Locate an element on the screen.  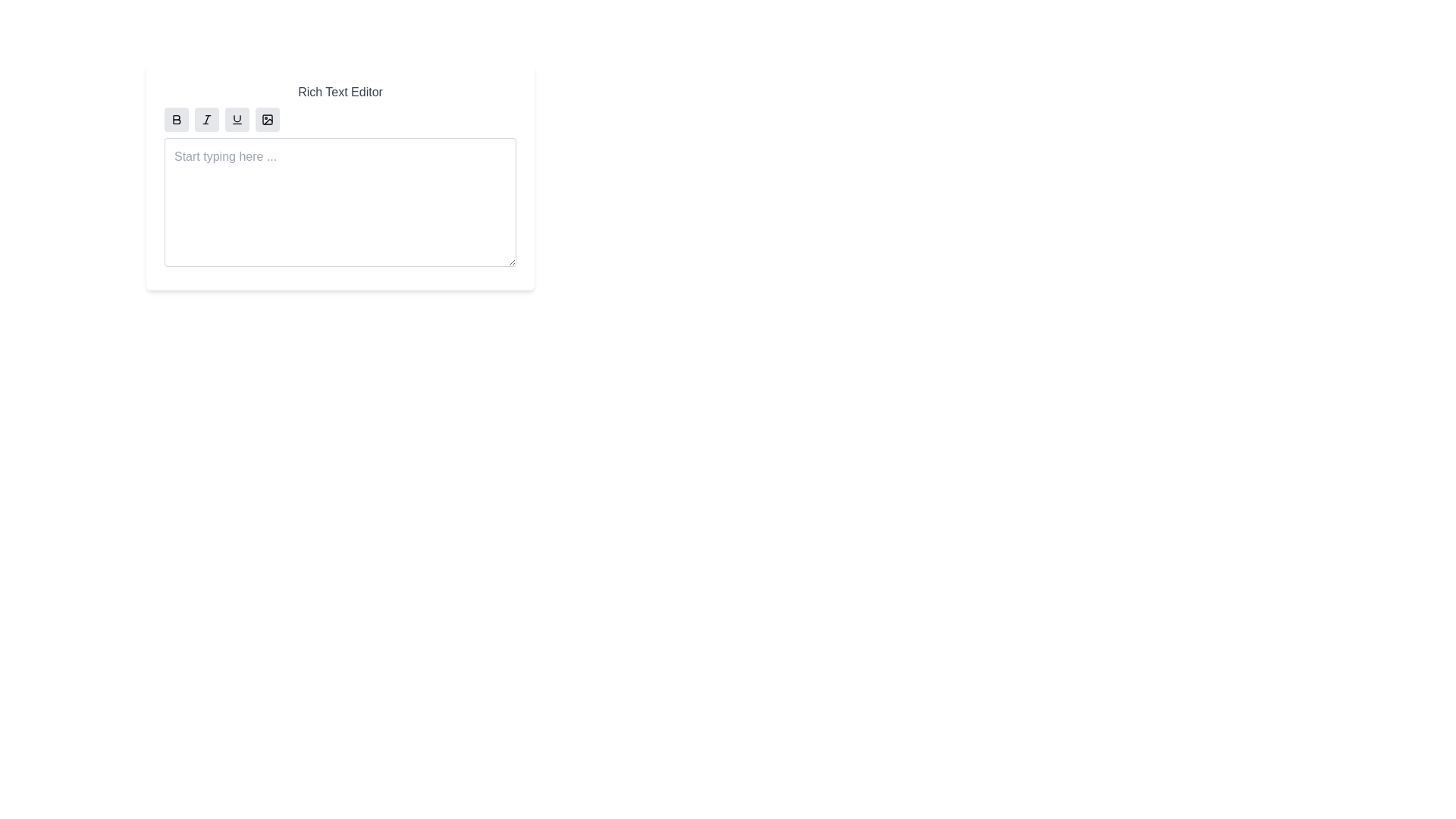
the square-shaped button with a light gray background and a black picture frame icon, located in the toolbar of the rich text editor is located at coordinates (268, 119).